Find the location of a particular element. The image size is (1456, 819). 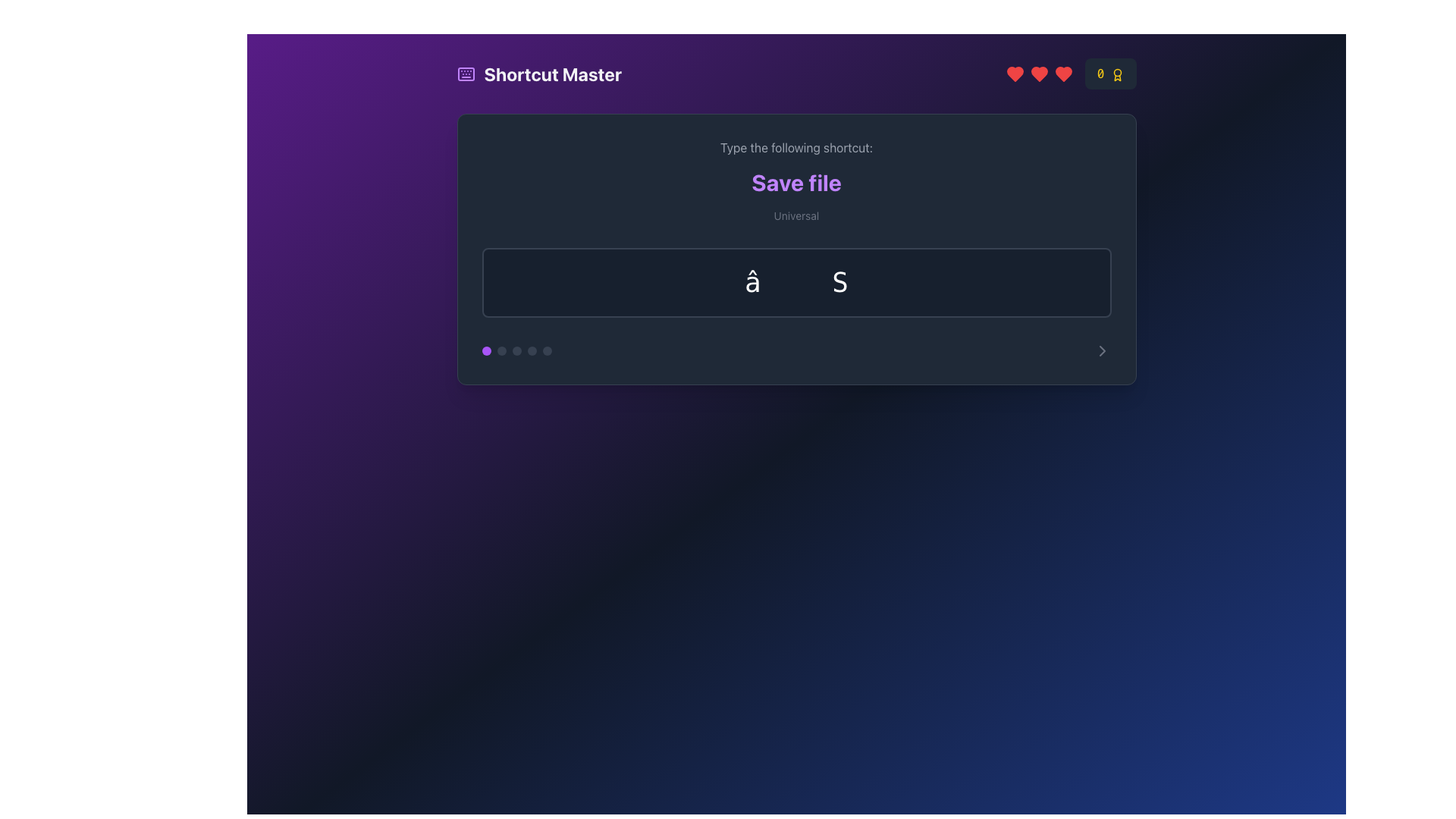

the favorite status icon, which is the middle heart icon located in the top-right corner of the interface is located at coordinates (1038, 74).